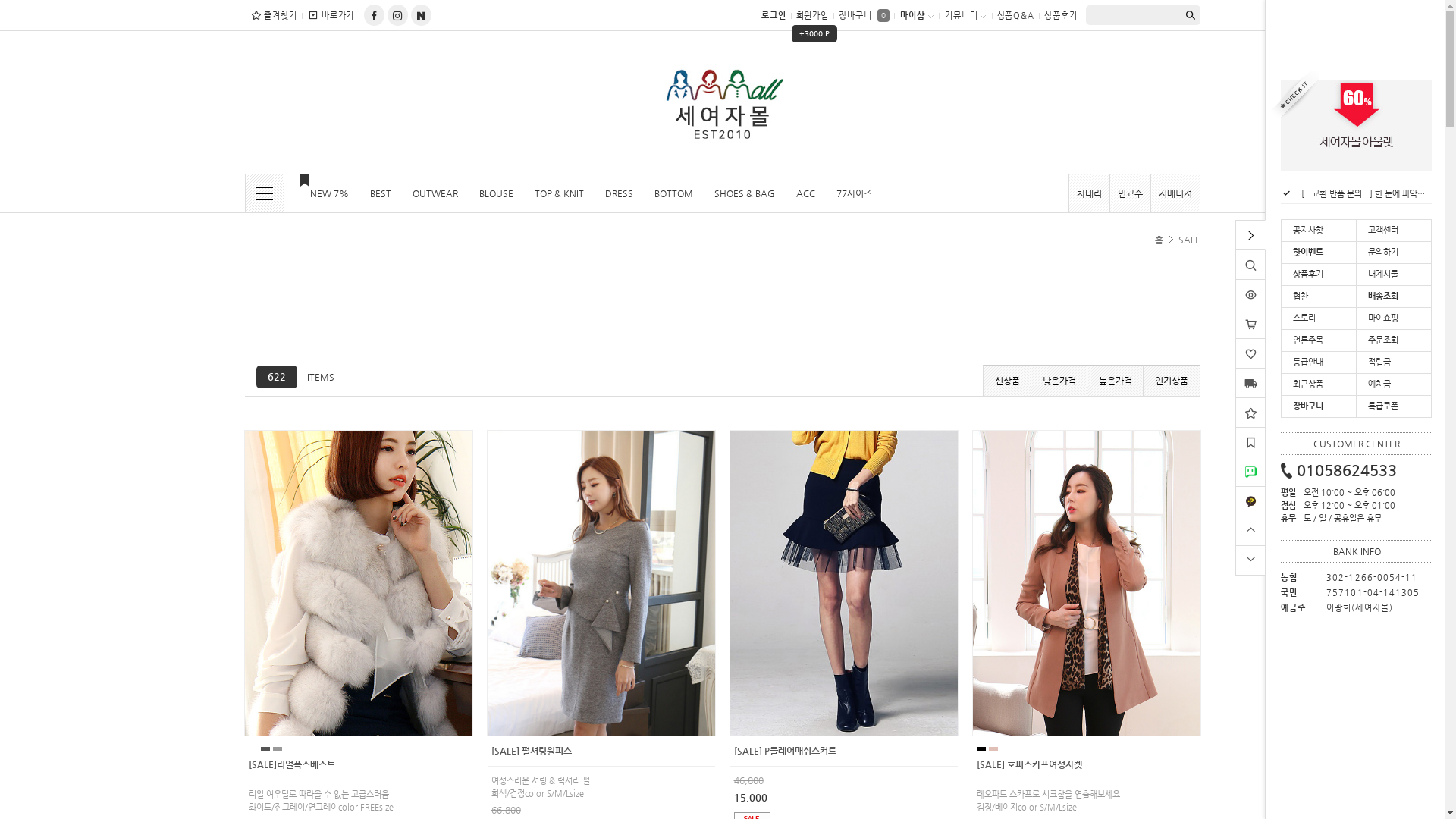 Image resolution: width=1456 pixels, height=819 pixels. What do you see at coordinates (496, 192) in the screenshot?
I see `'BLOUSE'` at bounding box center [496, 192].